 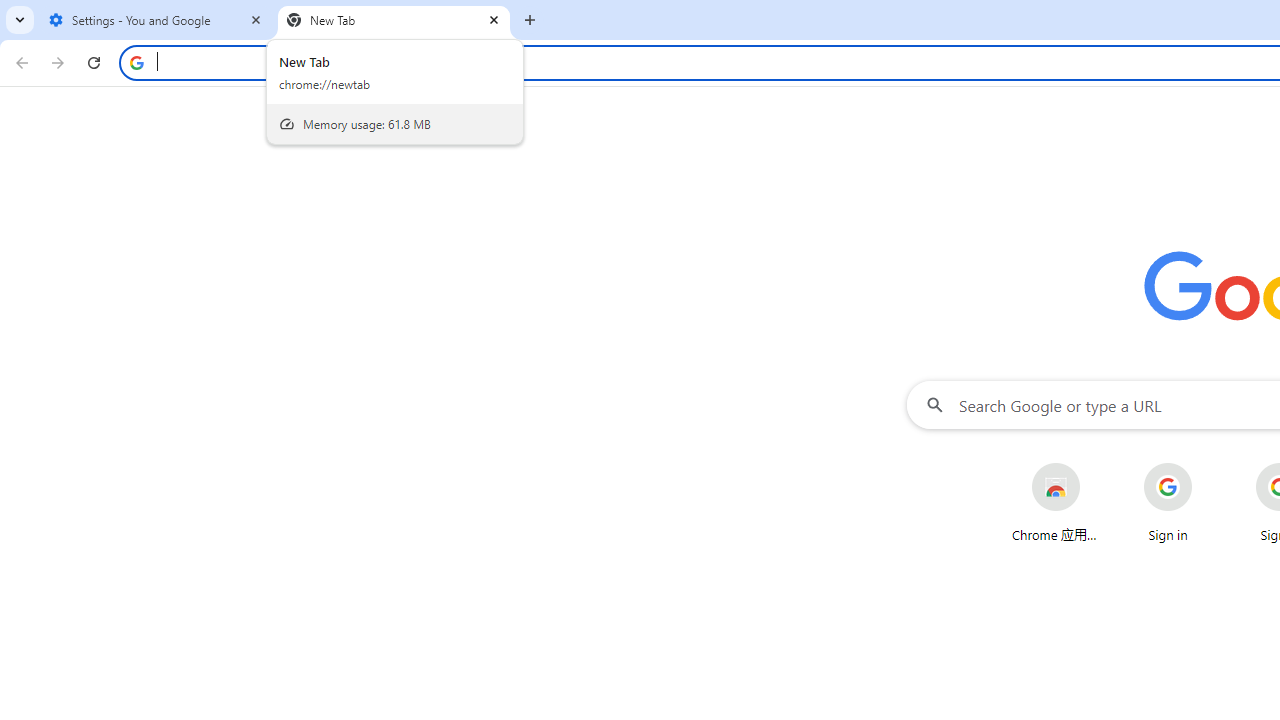 I want to click on 'More actions for Sign in shortcut', so click(x=1207, y=464).